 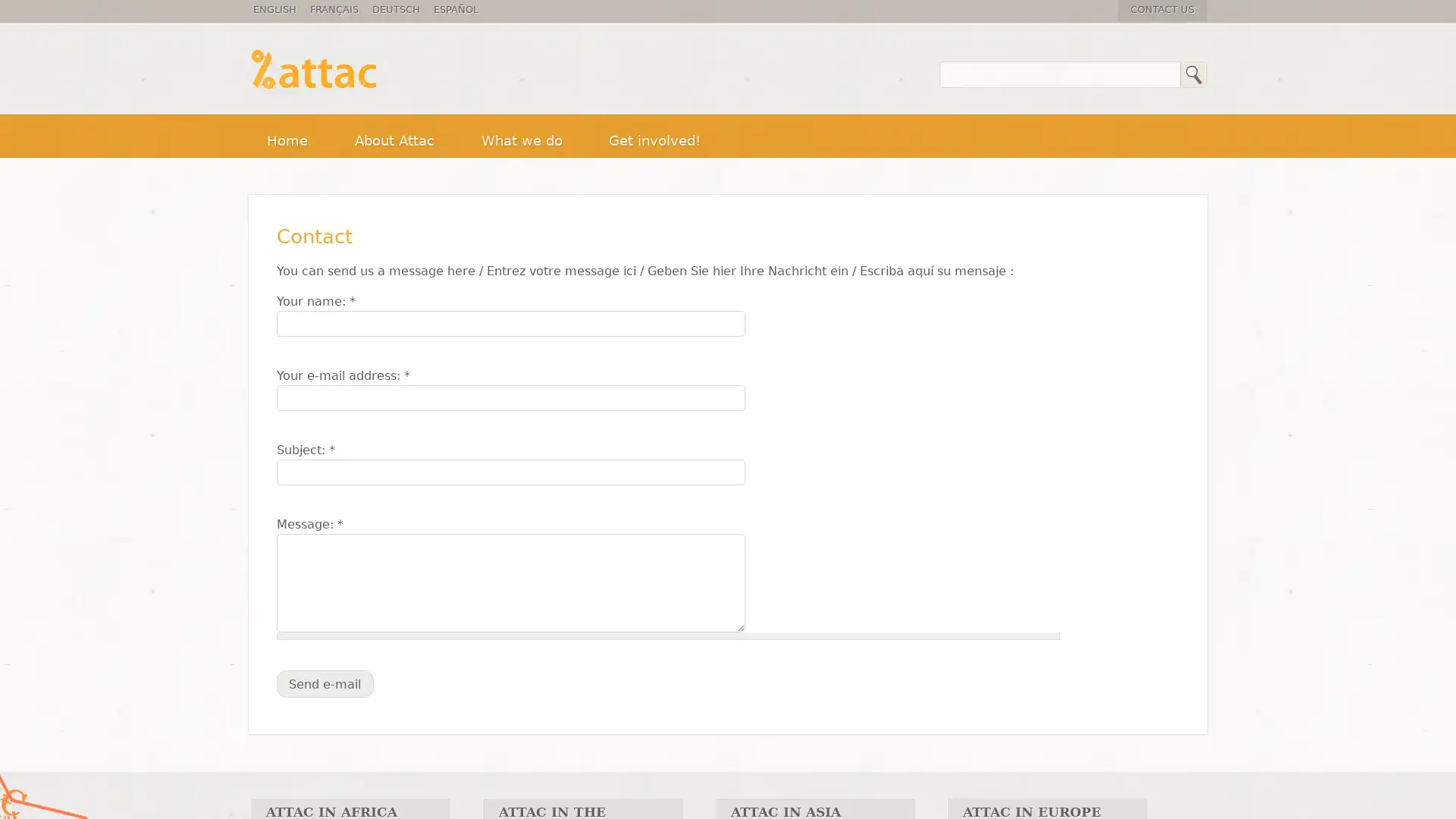 I want to click on Search, so click(x=1193, y=74).